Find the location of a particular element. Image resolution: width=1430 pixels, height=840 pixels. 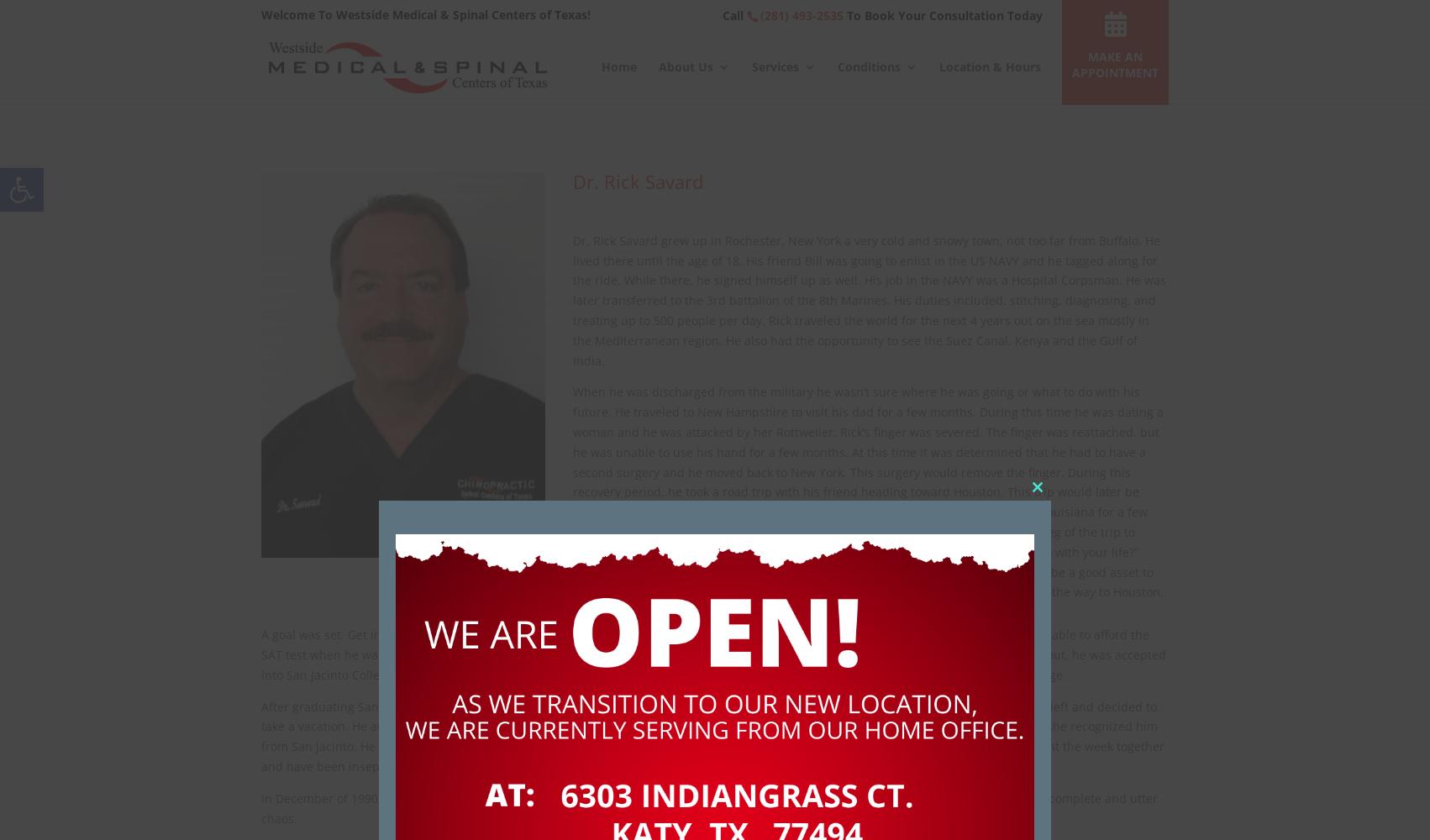

'Success Stories' is located at coordinates (736, 240).